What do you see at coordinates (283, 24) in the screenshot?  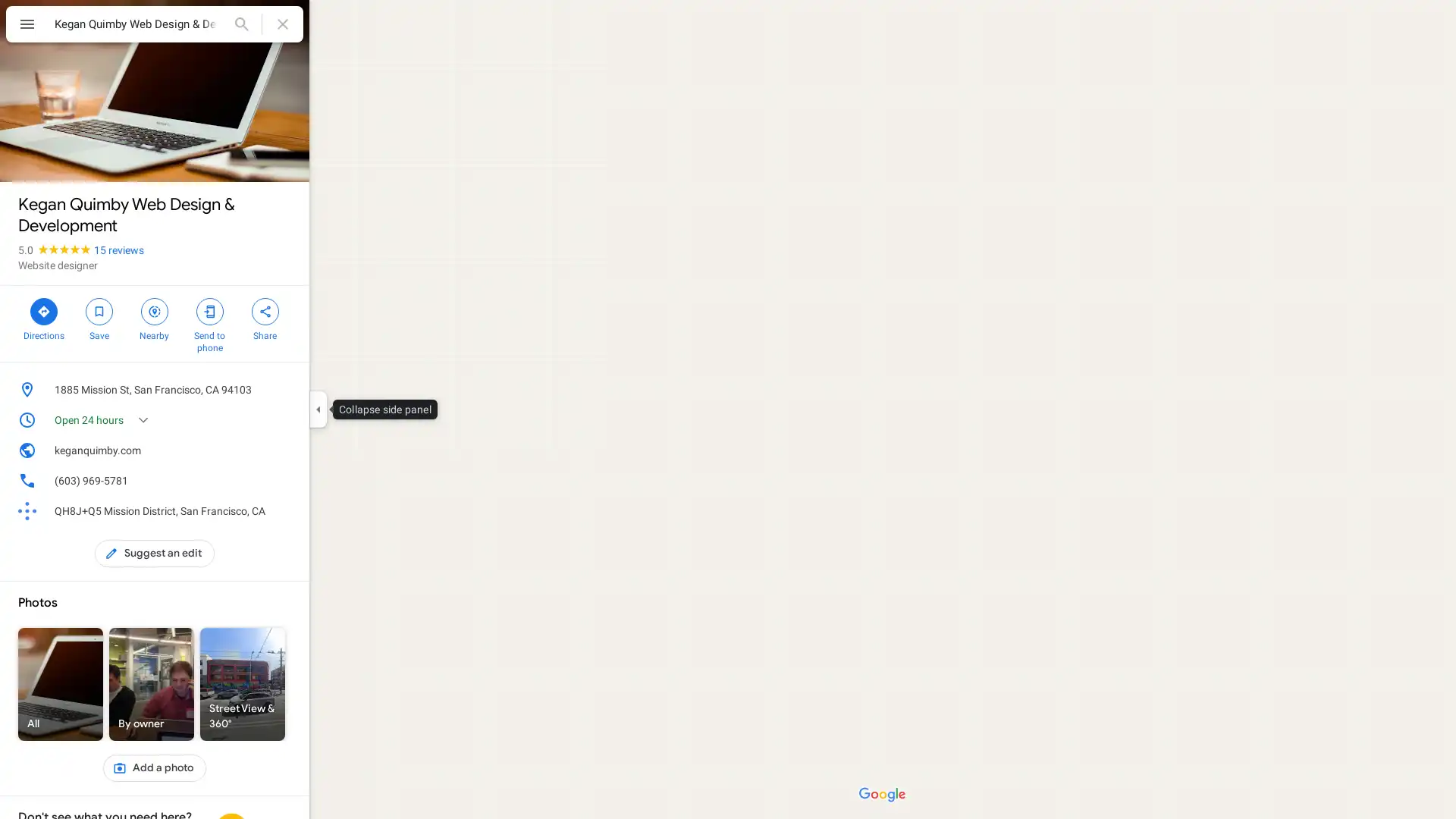 I see `Clear search` at bounding box center [283, 24].